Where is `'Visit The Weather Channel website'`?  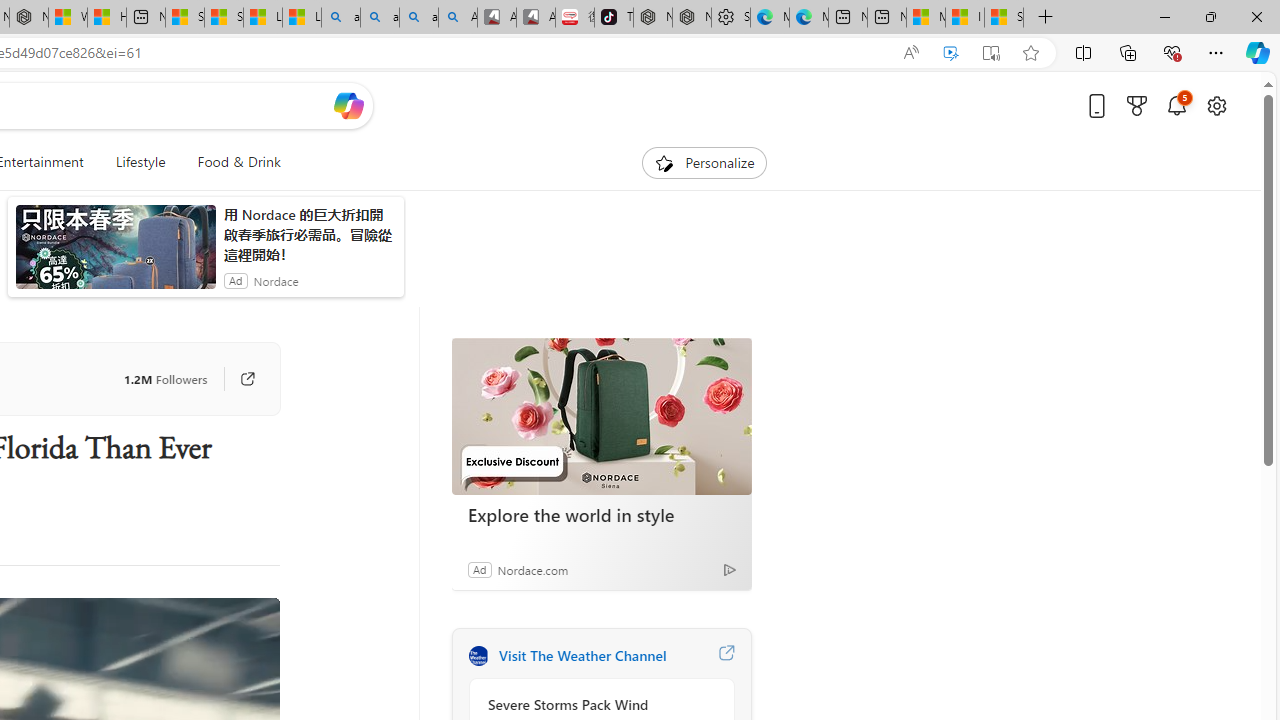
'Visit The Weather Channel website' is located at coordinates (725, 655).